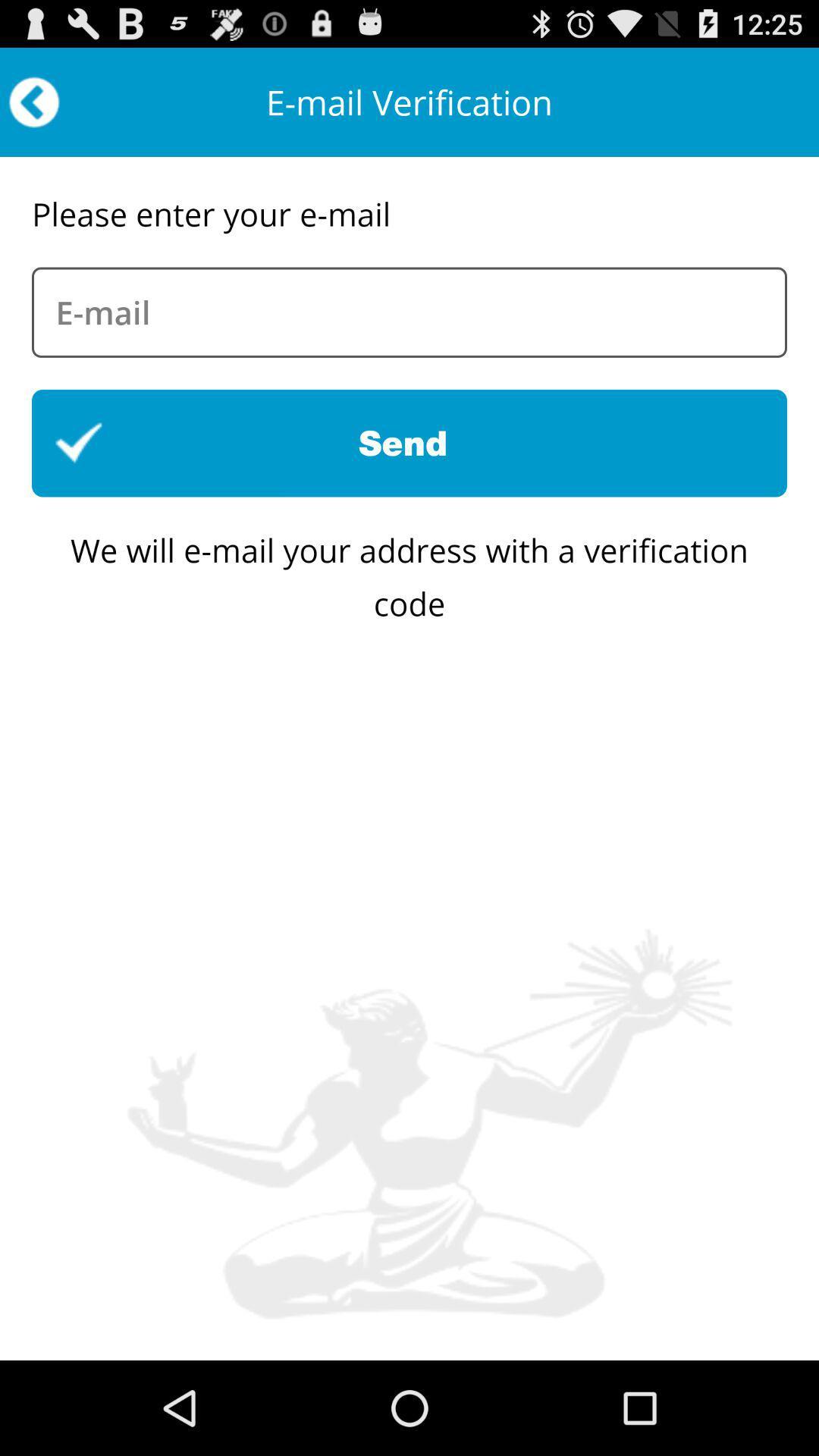 The image size is (819, 1456). What do you see at coordinates (409, 312) in the screenshot?
I see `box` at bounding box center [409, 312].